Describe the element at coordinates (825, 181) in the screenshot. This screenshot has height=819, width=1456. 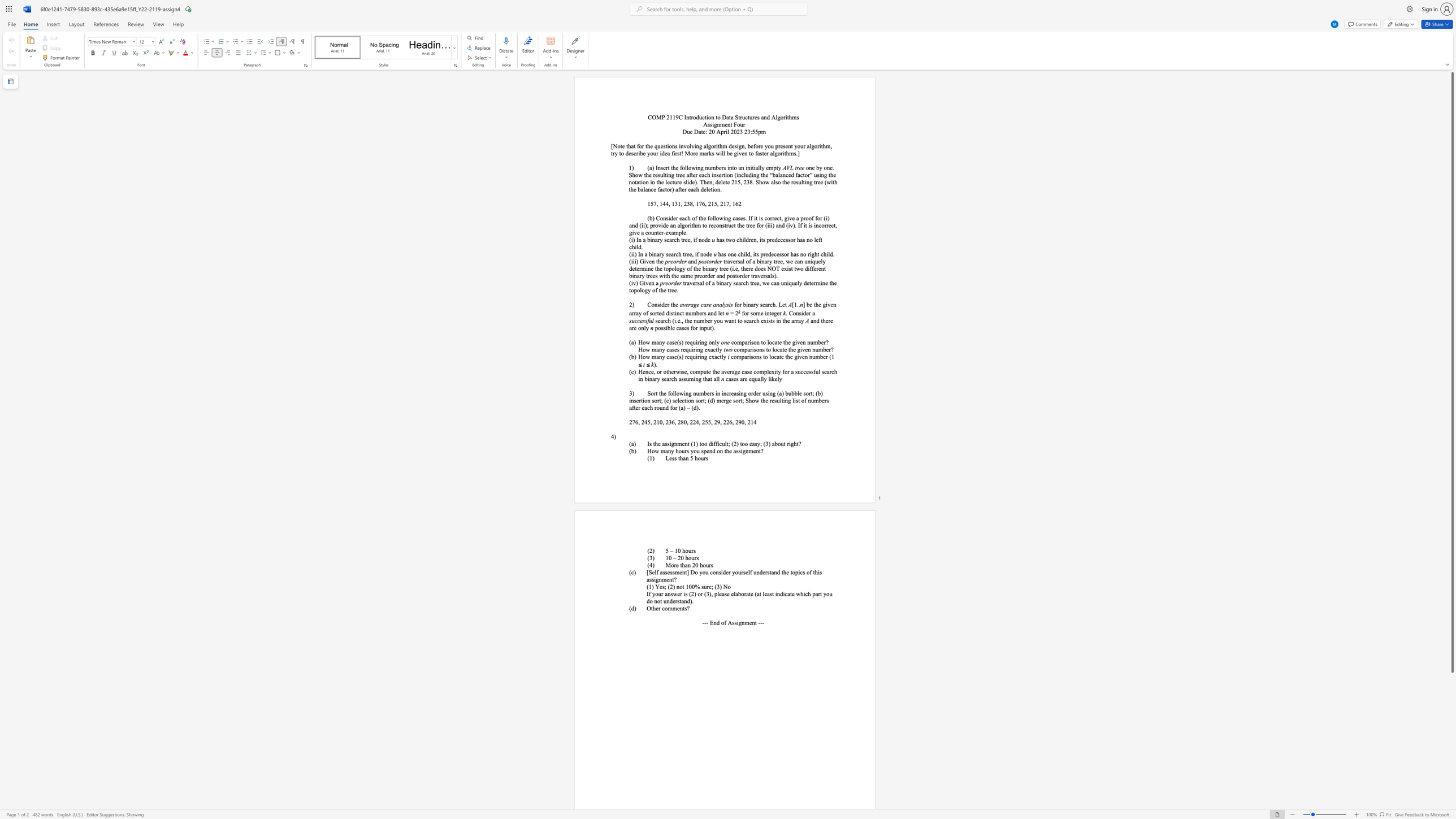
I see `the 2th character "(" in the text` at that location.